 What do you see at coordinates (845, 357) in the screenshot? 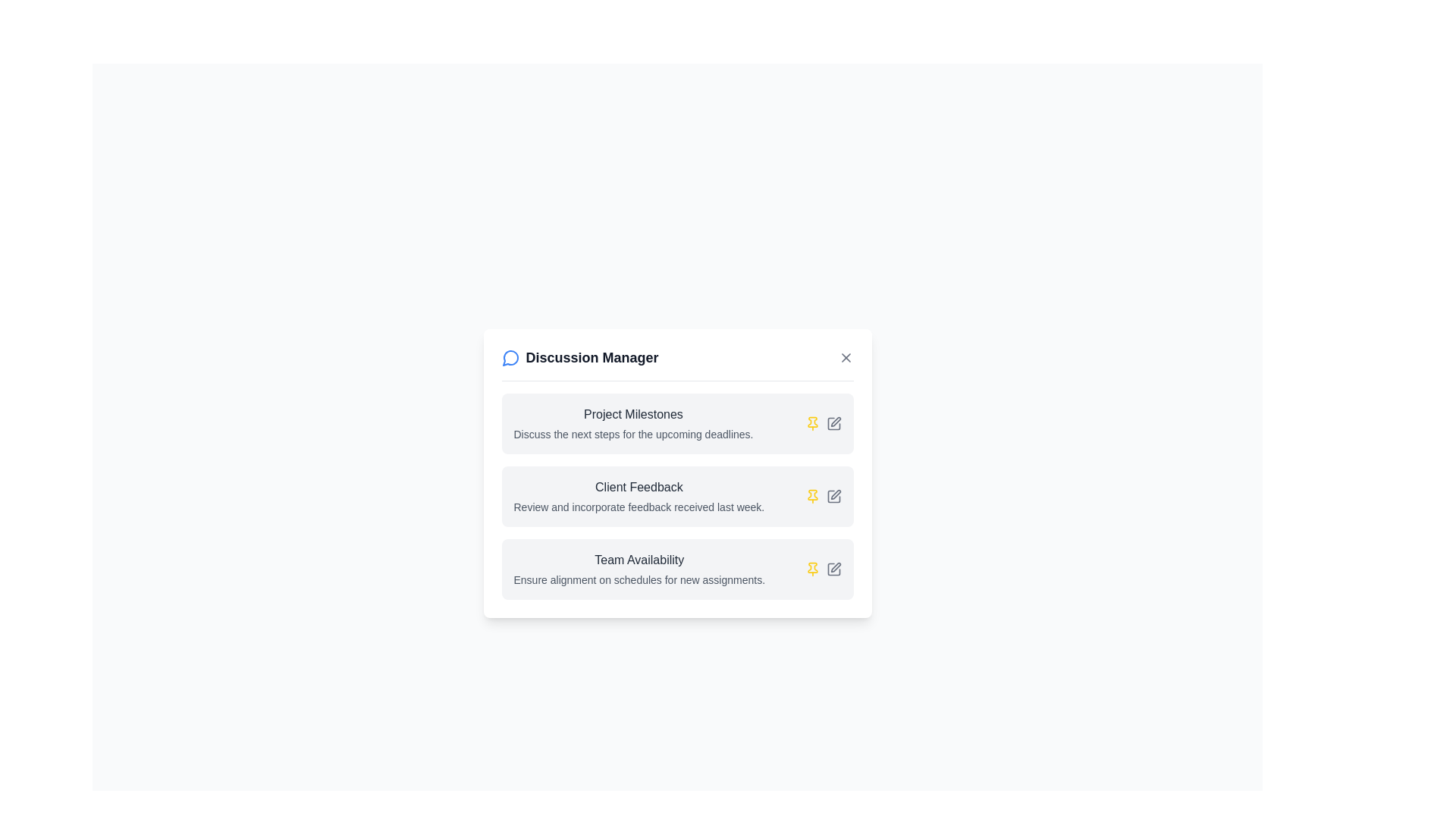
I see `the close icon in the top-right corner of the Discussion Manager module` at bounding box center [845, 357].